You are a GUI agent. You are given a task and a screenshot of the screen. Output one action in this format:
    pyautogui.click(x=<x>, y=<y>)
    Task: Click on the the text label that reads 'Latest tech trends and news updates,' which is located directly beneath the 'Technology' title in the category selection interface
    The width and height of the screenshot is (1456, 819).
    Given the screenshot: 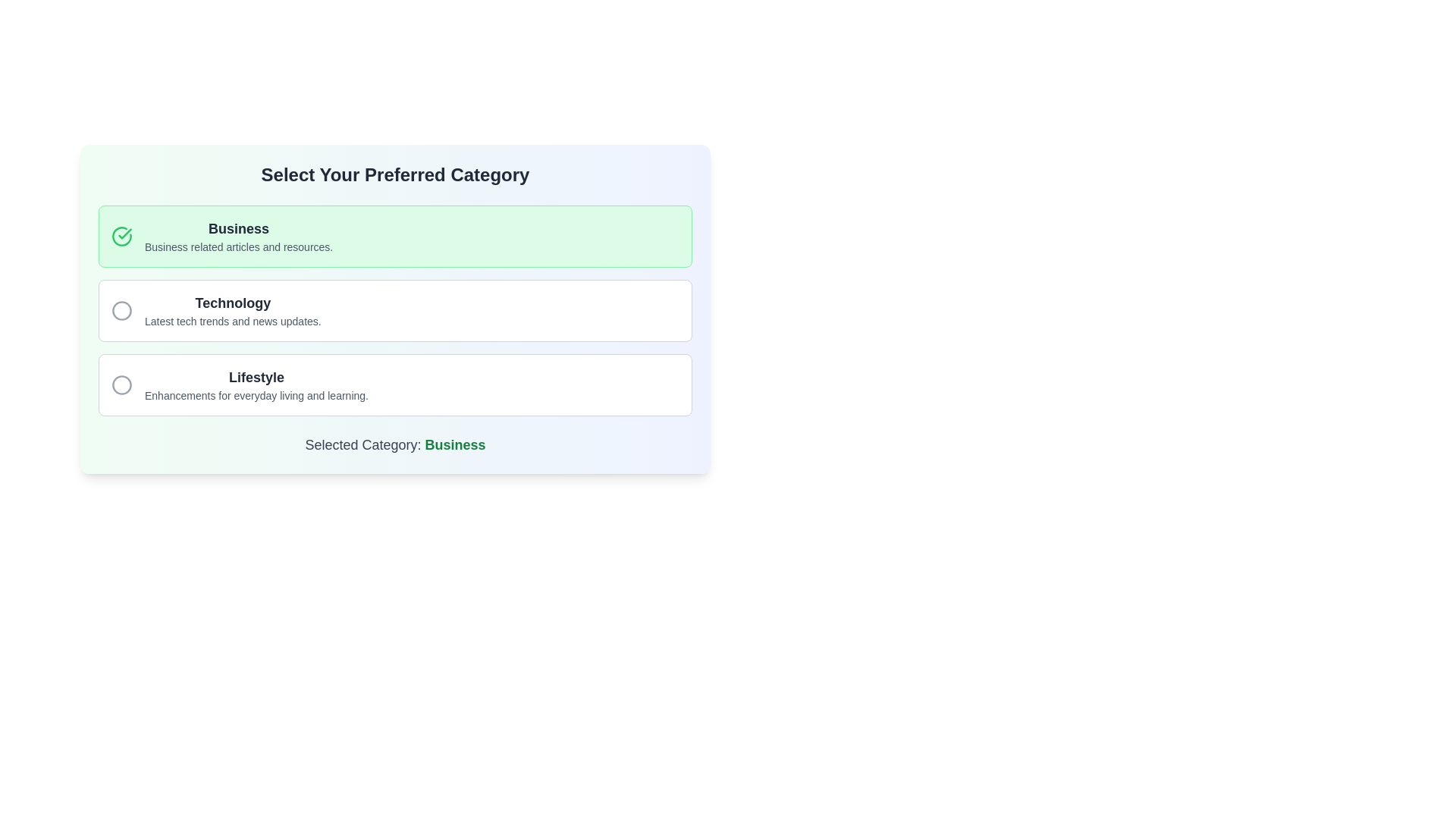 What is the action you would take?
    pyautogui.click(x=232, y=321)
    